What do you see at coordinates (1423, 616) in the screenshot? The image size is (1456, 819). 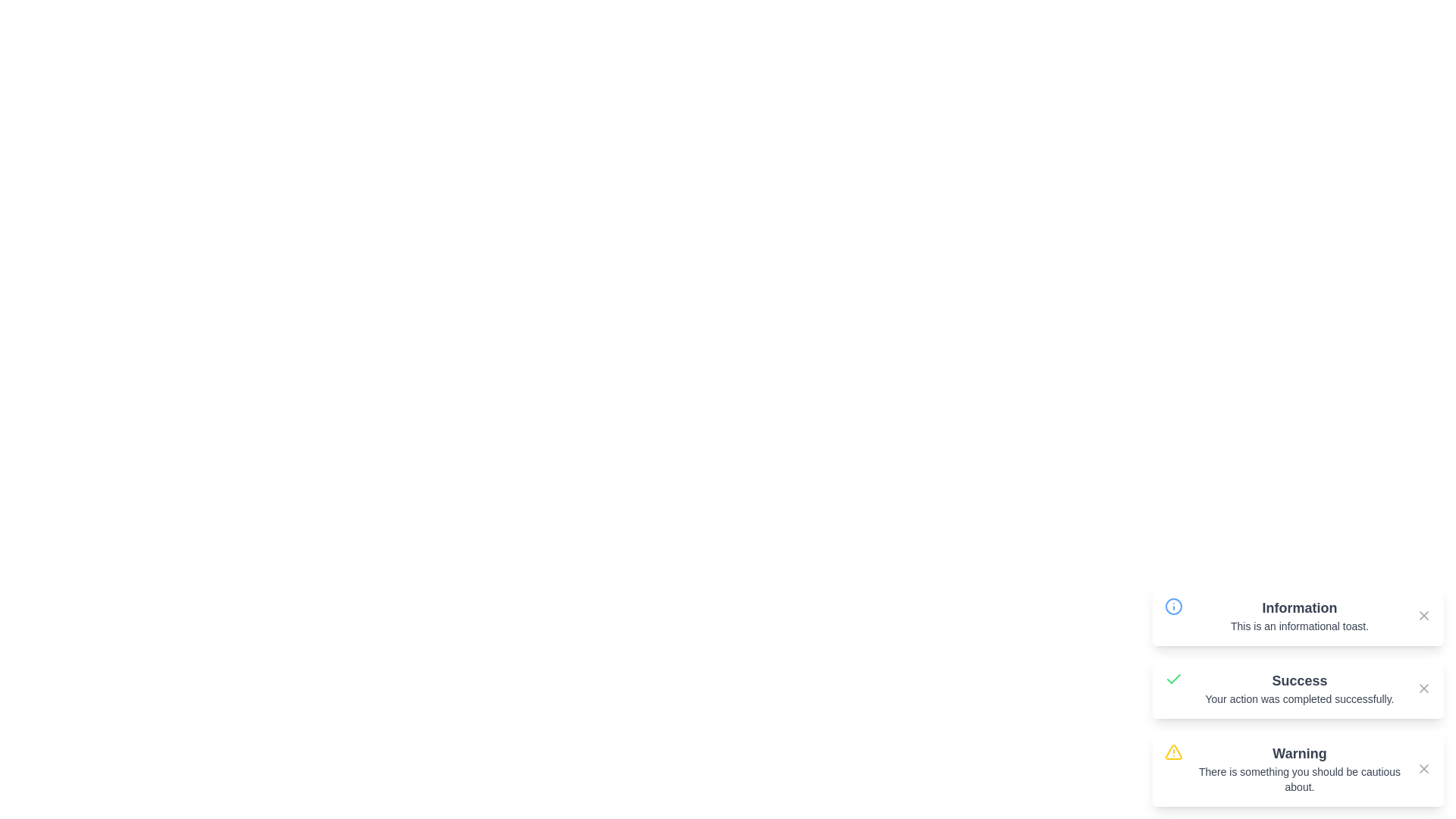 I see `the cross-shaped Close button located in the top-right corner of the Information toast message` at bounding box center [1423, 616].